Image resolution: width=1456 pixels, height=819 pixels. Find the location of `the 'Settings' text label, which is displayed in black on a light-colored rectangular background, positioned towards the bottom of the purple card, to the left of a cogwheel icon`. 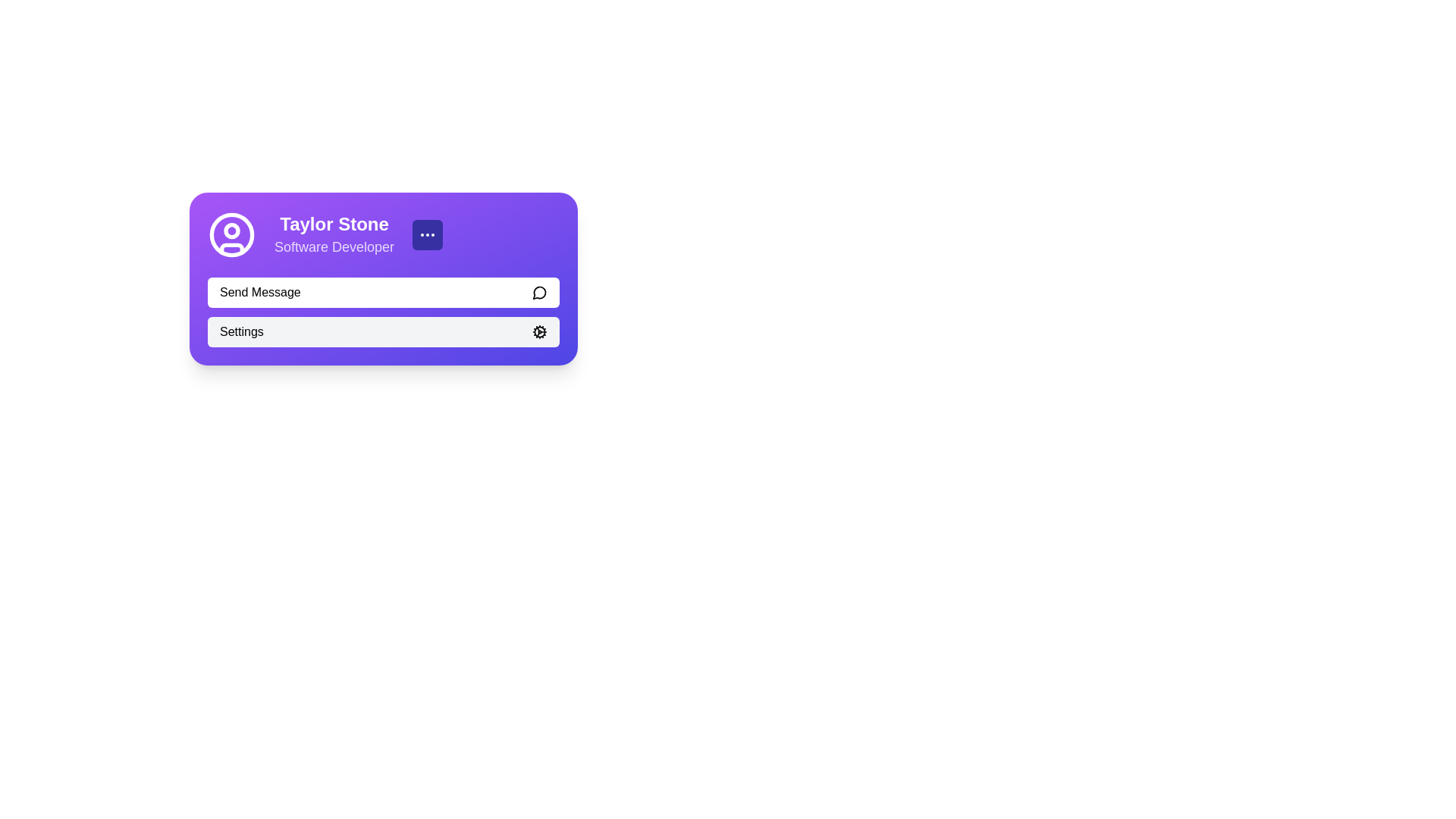

the 'Settings' text label, which is displayed in black on a light-colored rectangular background, positioned towards the bottom of the purple card, to the left of a cogwheel icon is located at coordinates (240, 331).